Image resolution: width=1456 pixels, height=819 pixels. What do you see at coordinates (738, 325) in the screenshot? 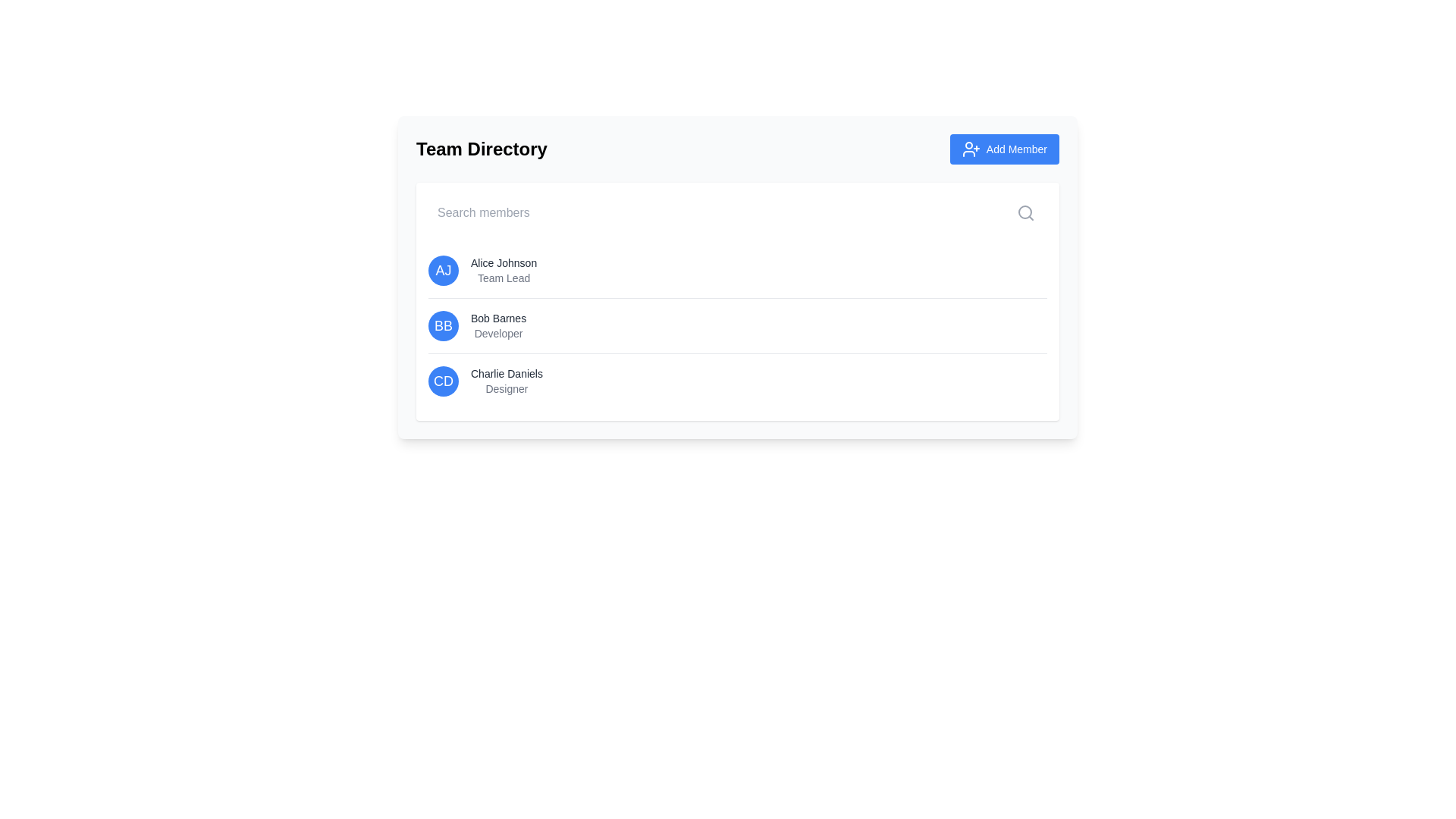
I see `user's profile summary displayed in the second item of the team directory list, located between Alice Johnson and Charlie Daniels` at bounding box center [738, 325].